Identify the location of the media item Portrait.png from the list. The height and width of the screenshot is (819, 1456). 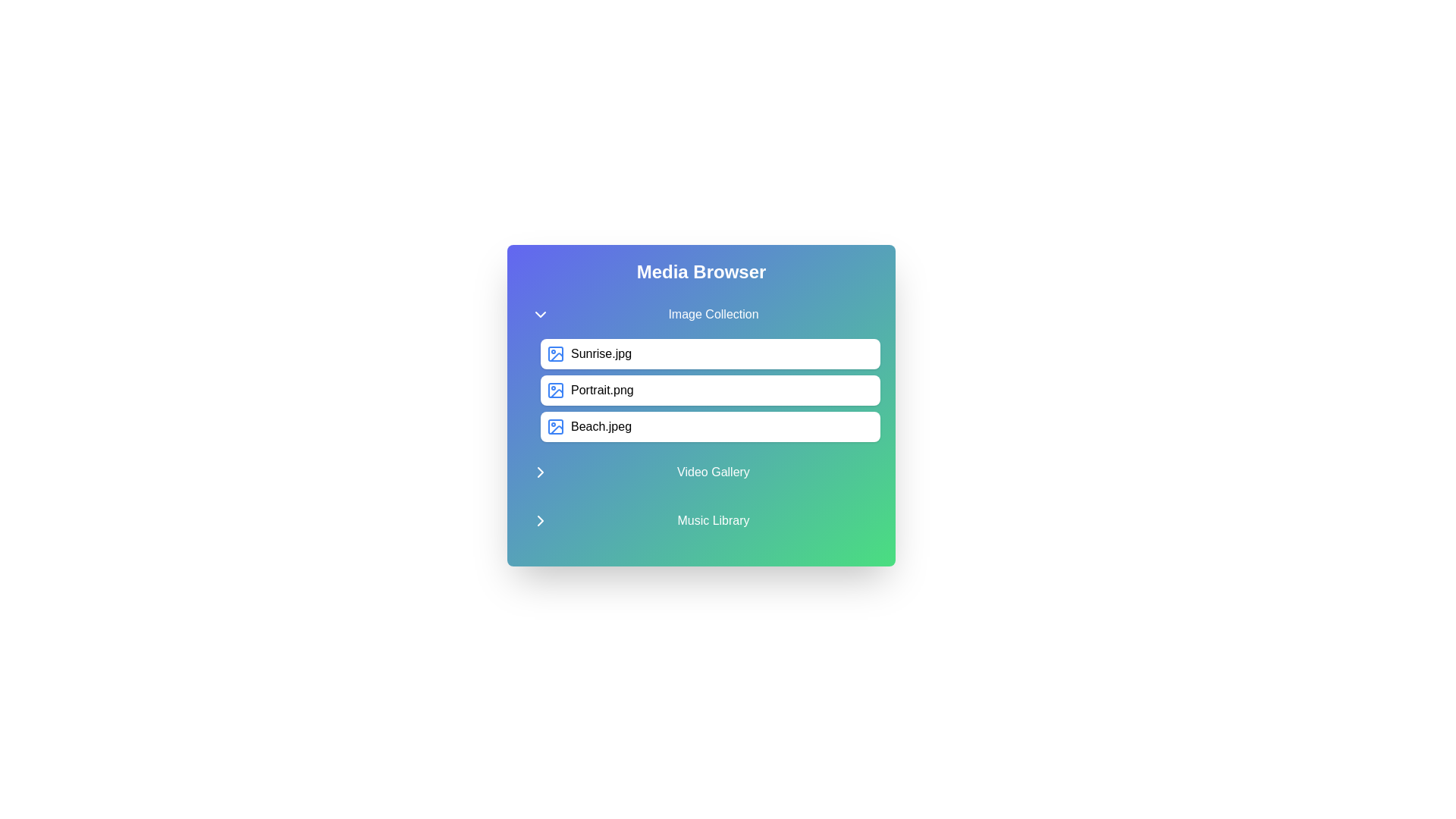
(709, 390).